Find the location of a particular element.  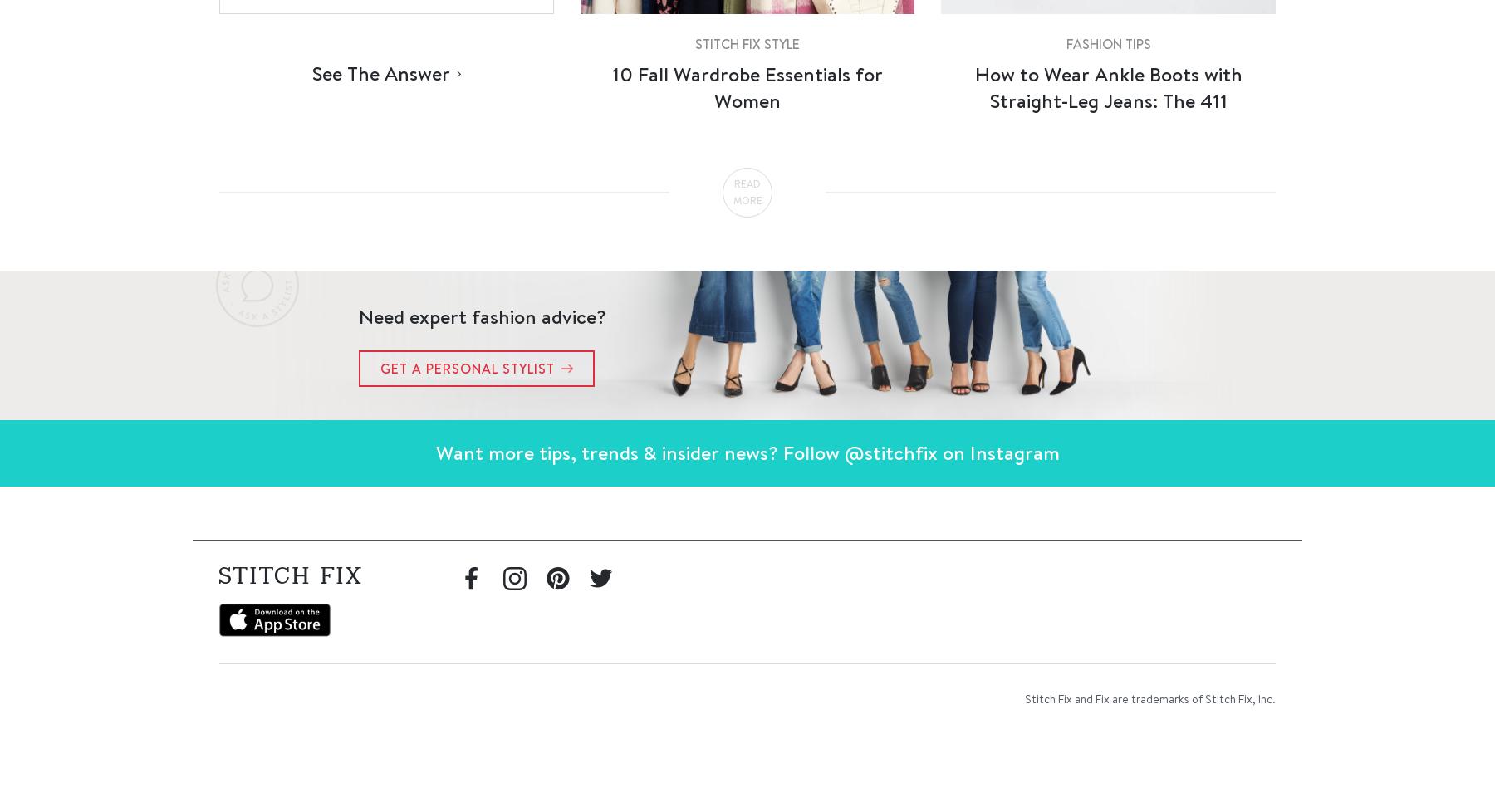

'Get a personal stylist' is located at coordinates (467, 367).